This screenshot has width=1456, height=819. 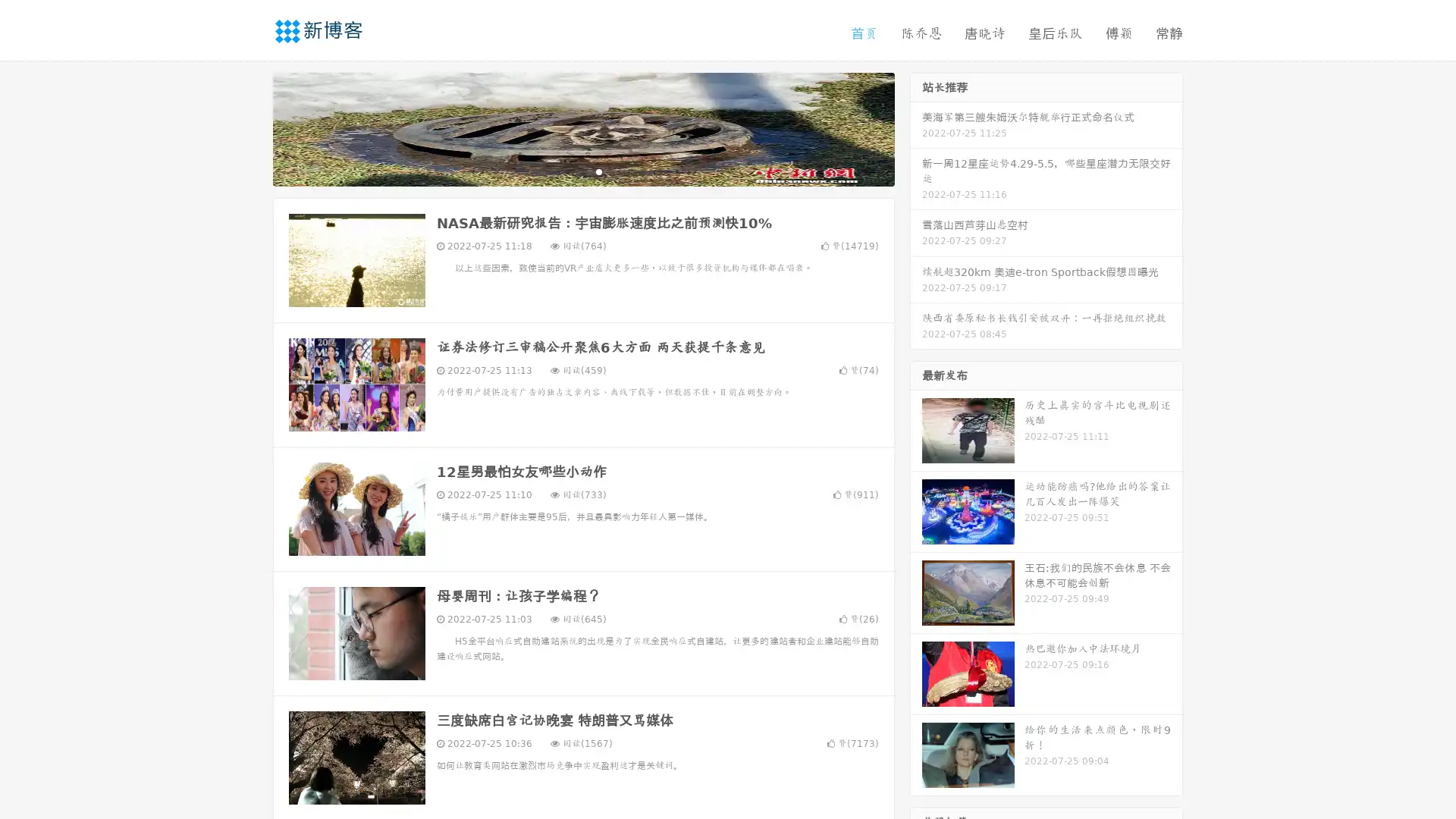 What do you see at coordinates (916, 127) in the screenshot?
I see `Next slide` at bounding box center [916, 127].